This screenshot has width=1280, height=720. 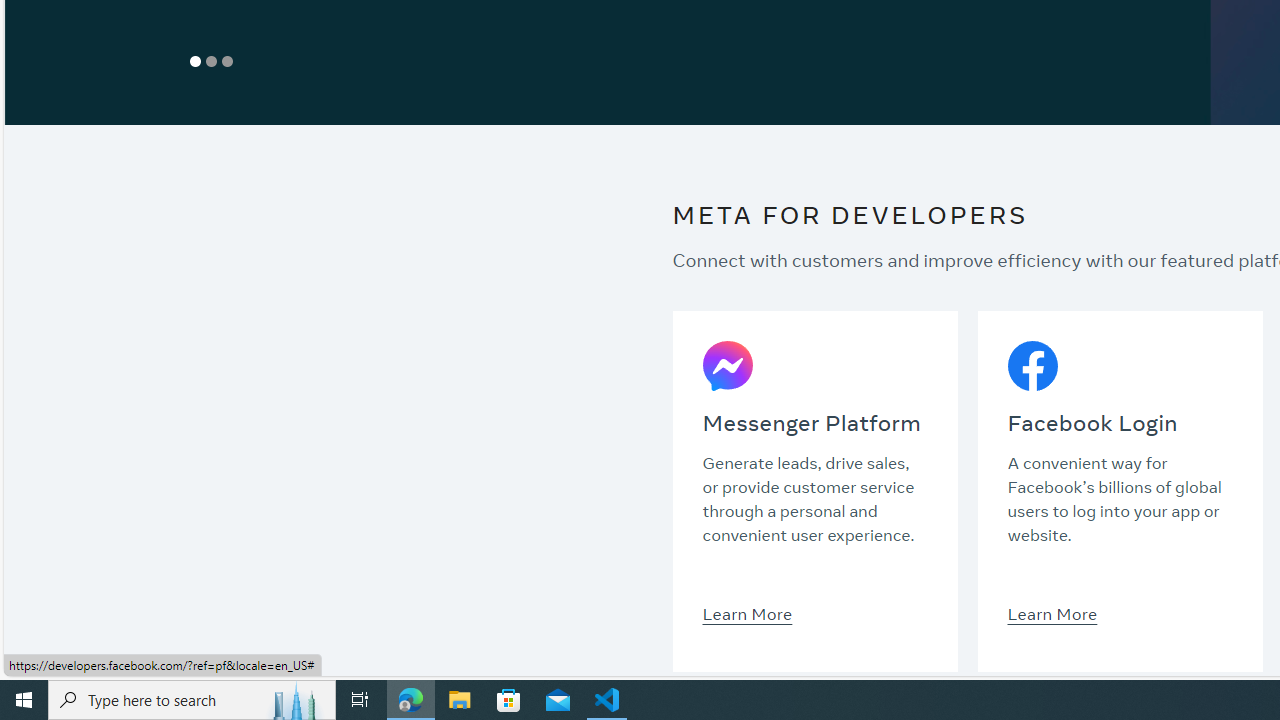 What do you see at coordinates (211, 60) in the screenshot?
I see `'Show Slide 2'` at bounding box center [211, 60].